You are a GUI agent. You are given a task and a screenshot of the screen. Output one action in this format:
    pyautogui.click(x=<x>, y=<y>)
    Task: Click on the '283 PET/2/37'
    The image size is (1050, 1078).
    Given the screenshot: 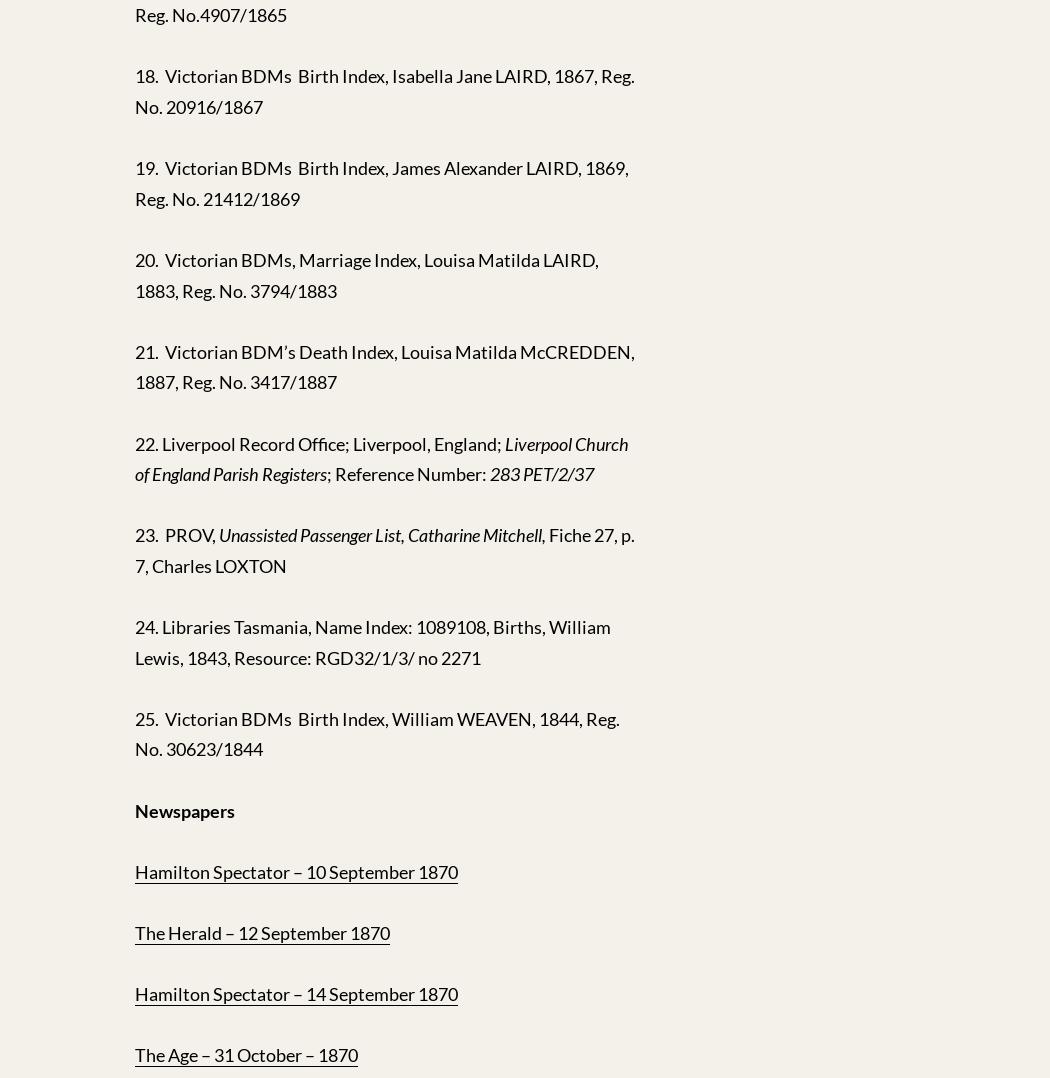 What is the action you would take?
    pyautogui.click(x=489, y=472)
    